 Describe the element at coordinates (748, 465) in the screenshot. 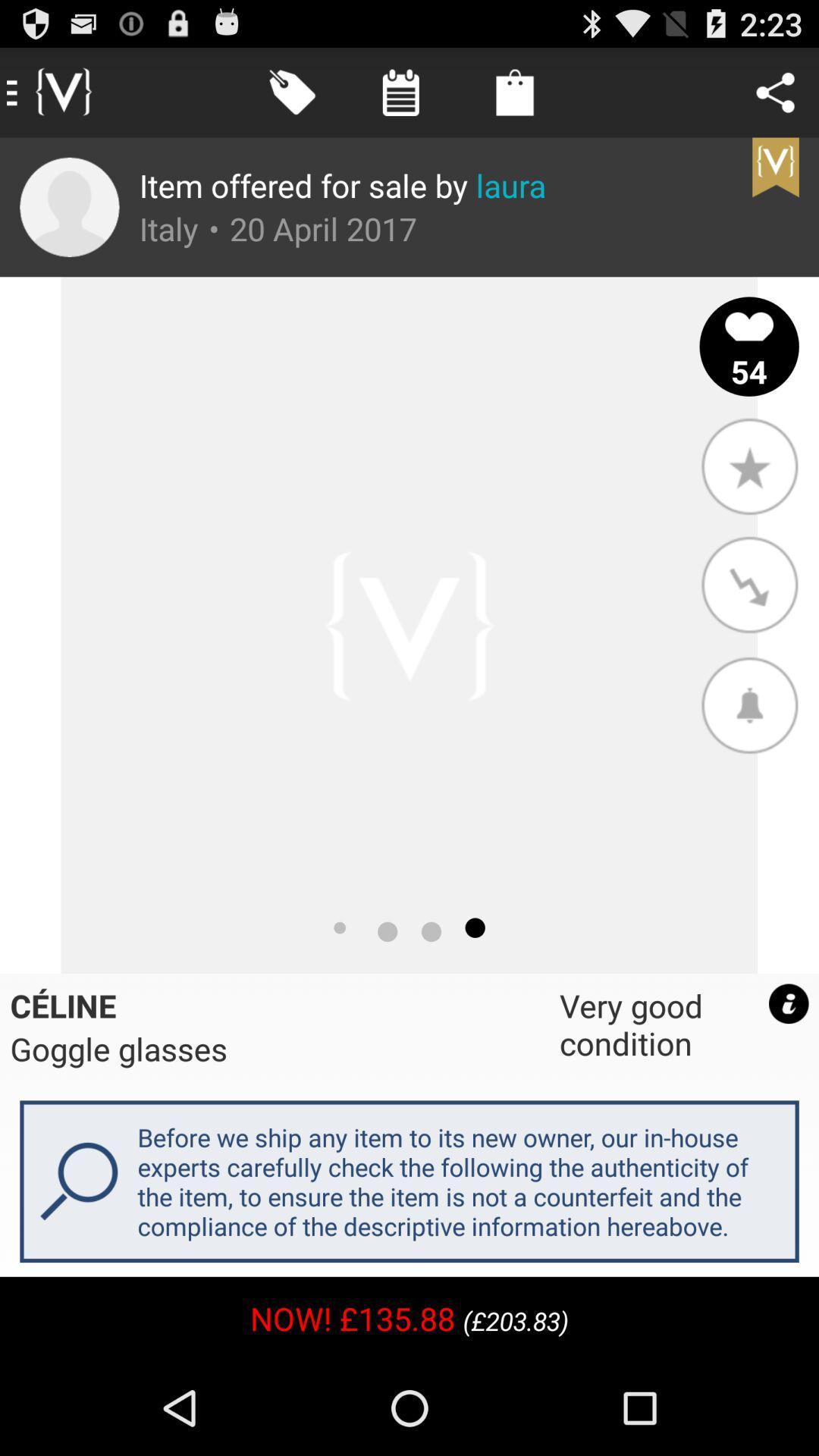

I see `the icon below 54` at that location.